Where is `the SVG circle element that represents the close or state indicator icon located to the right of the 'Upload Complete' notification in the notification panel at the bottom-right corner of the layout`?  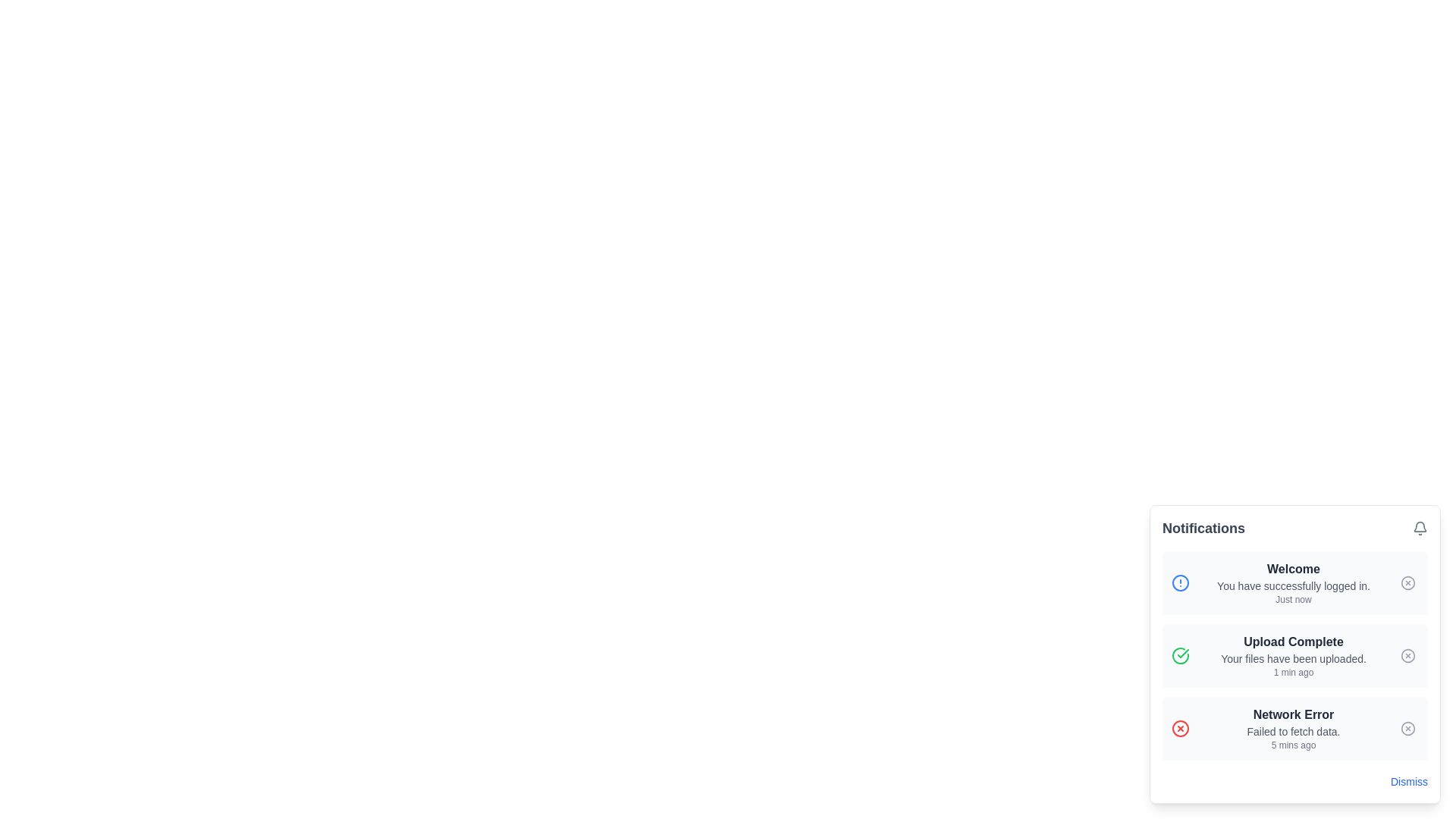
the SVG circle element that represents the close or state indicator icon located to the right of the 'Upload Complete' notification in the notification panel at the bottom-right corner of the layout is located at coordinates (1407, 654).